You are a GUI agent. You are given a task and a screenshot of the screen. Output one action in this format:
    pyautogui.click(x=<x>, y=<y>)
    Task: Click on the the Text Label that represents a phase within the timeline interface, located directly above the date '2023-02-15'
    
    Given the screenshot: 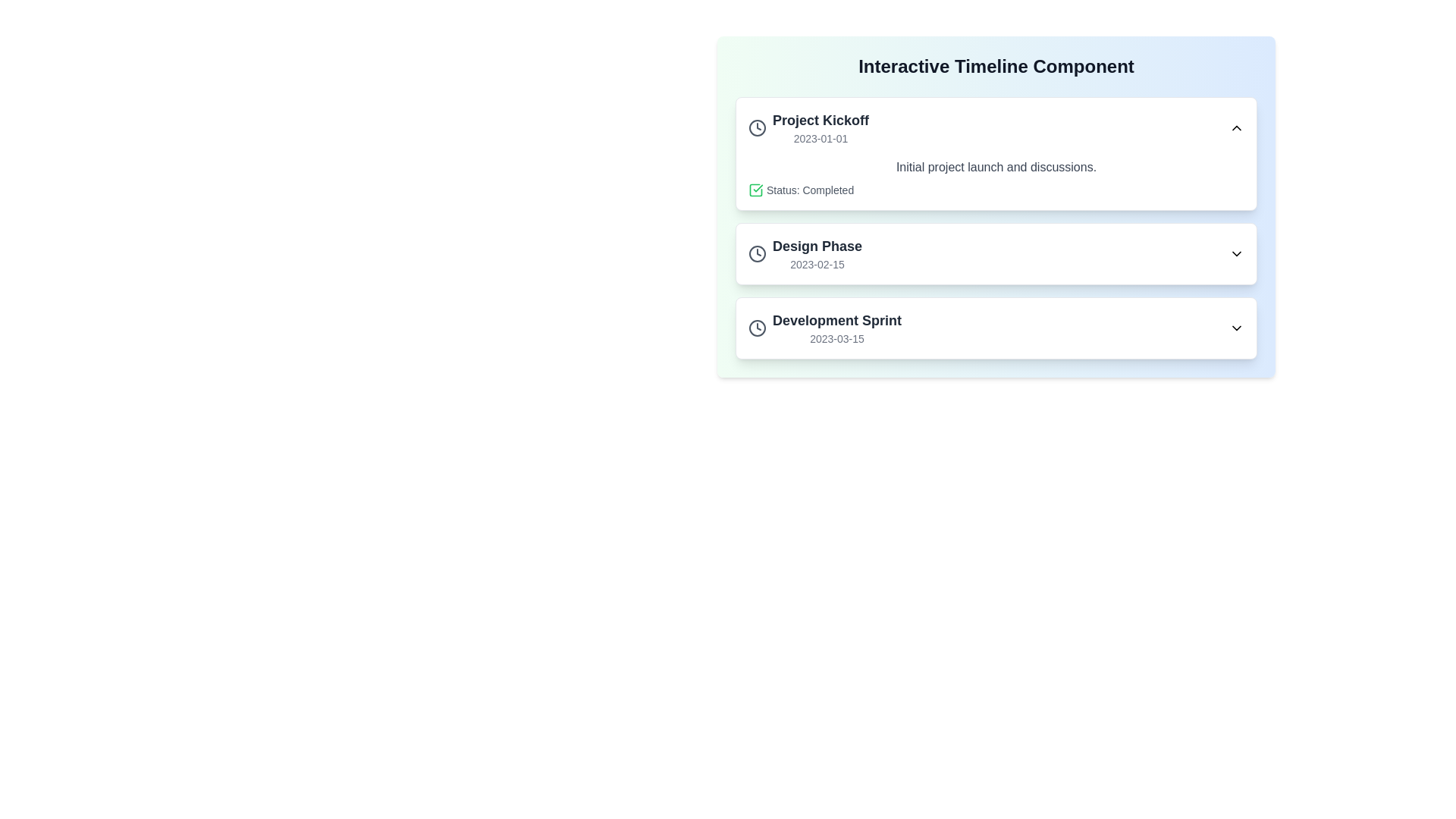 What is the action you would take?
    pyautogui.click(x=817, y=245)
    